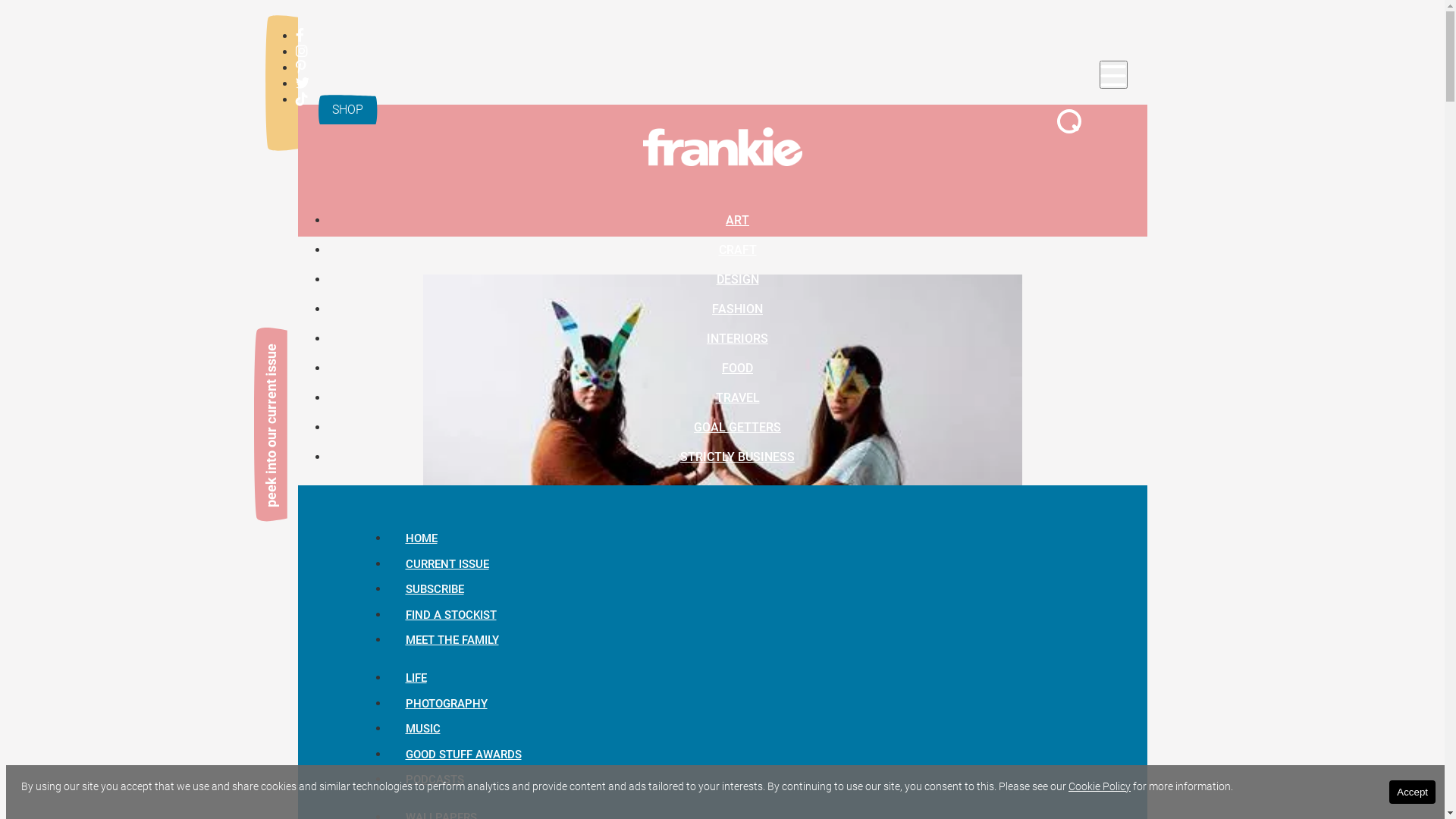  What do you see at coordinates (585, 758) in the screenshot?
I see `'splendour in the craft'` at bounding box center [585, 758].